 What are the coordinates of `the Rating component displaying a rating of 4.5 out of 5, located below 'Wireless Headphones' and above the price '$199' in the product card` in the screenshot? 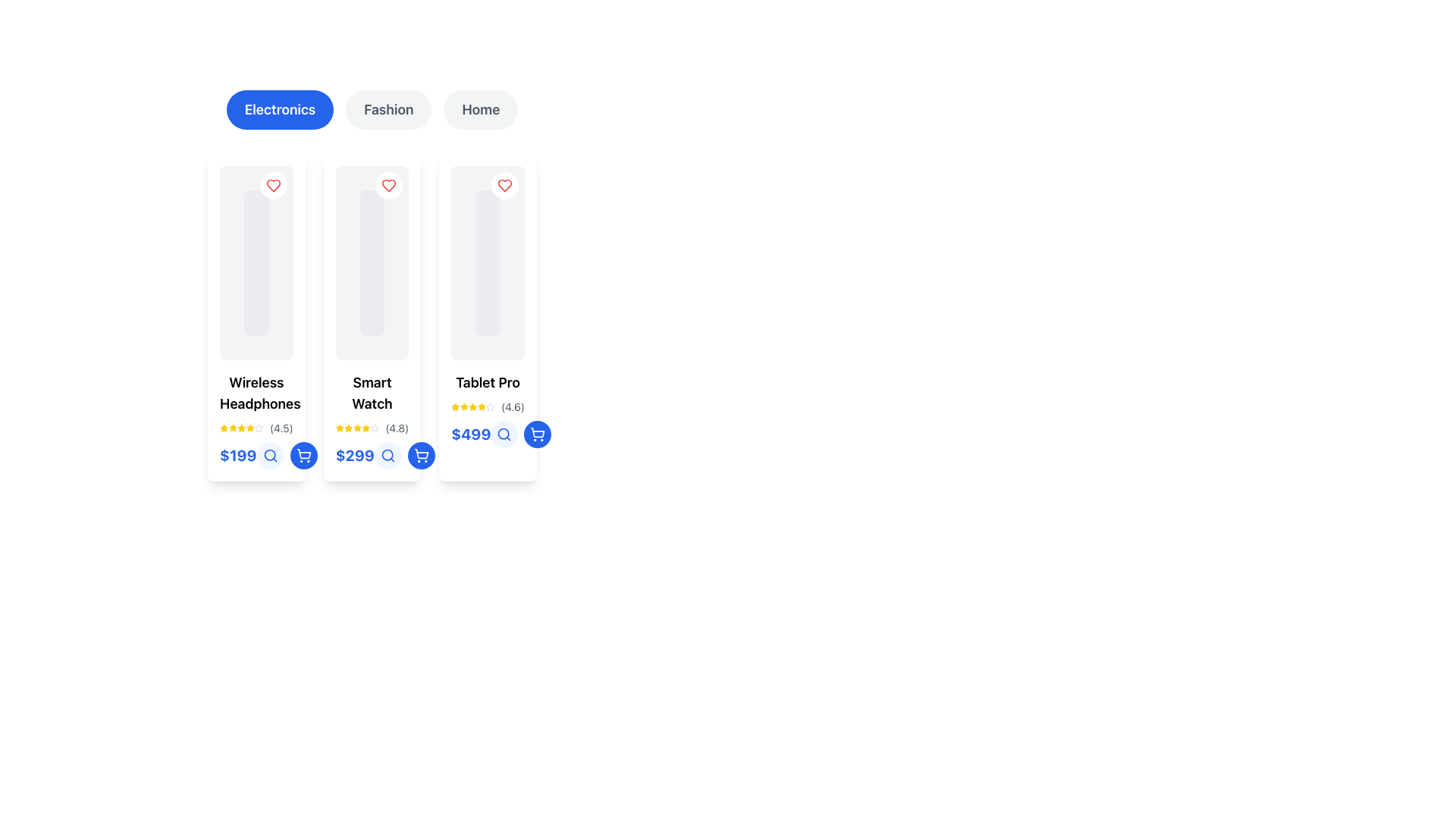 It's located at (256, 428).